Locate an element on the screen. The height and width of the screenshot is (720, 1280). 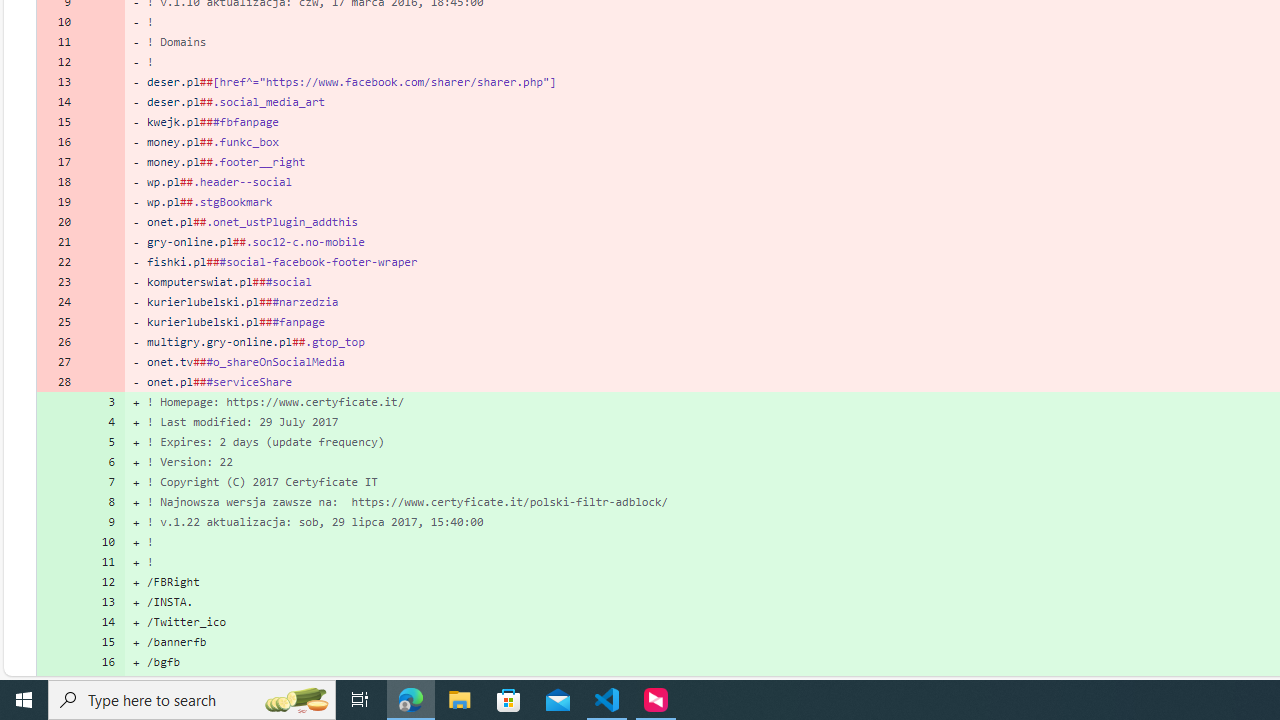
'24' is located at coordinates (58, 302).